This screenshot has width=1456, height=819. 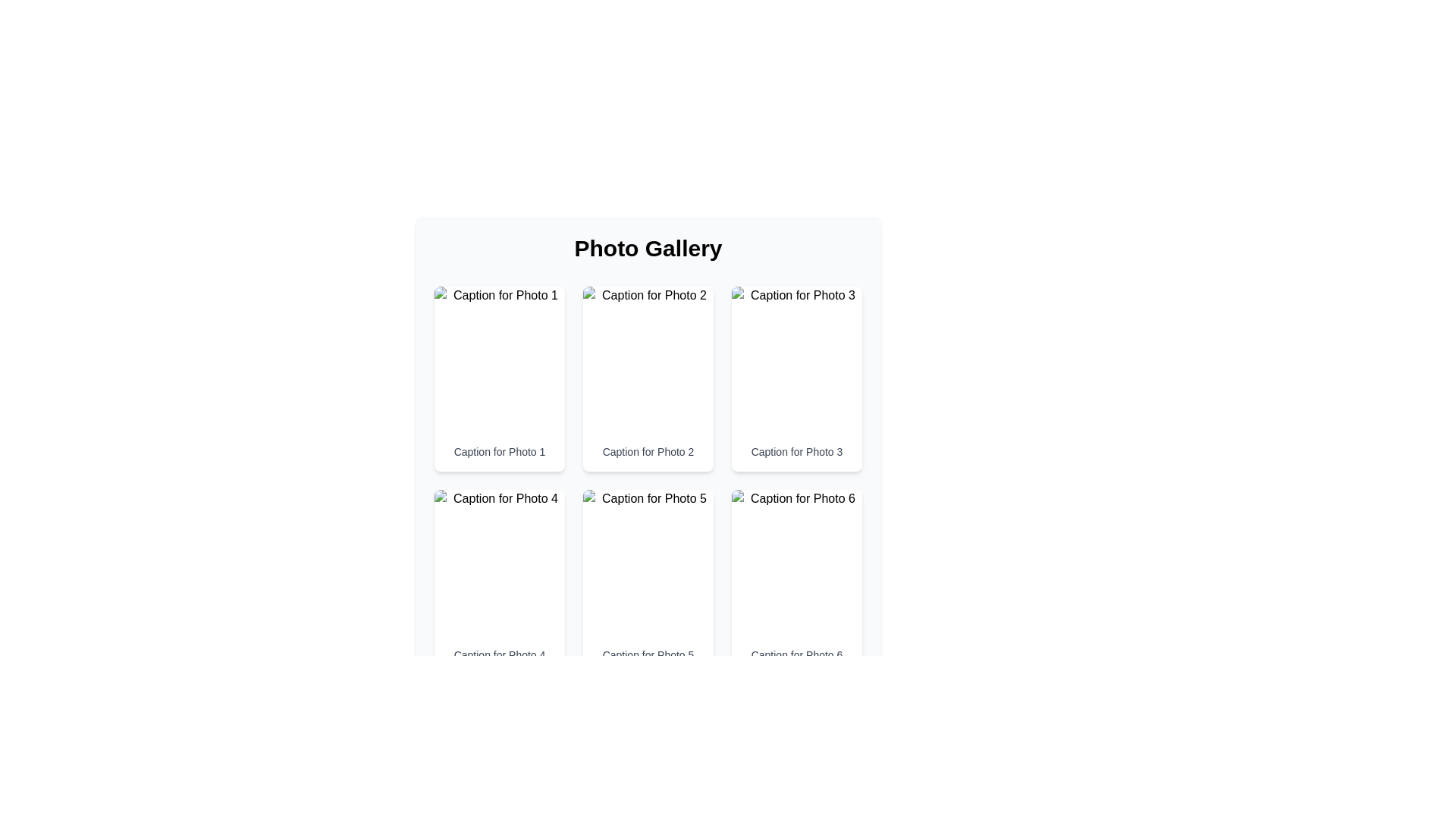 What do you see at coordinates (499, 359) in the screenshot?
I see `the image element that serves as a visual representation` at bounding box center [499, 359].